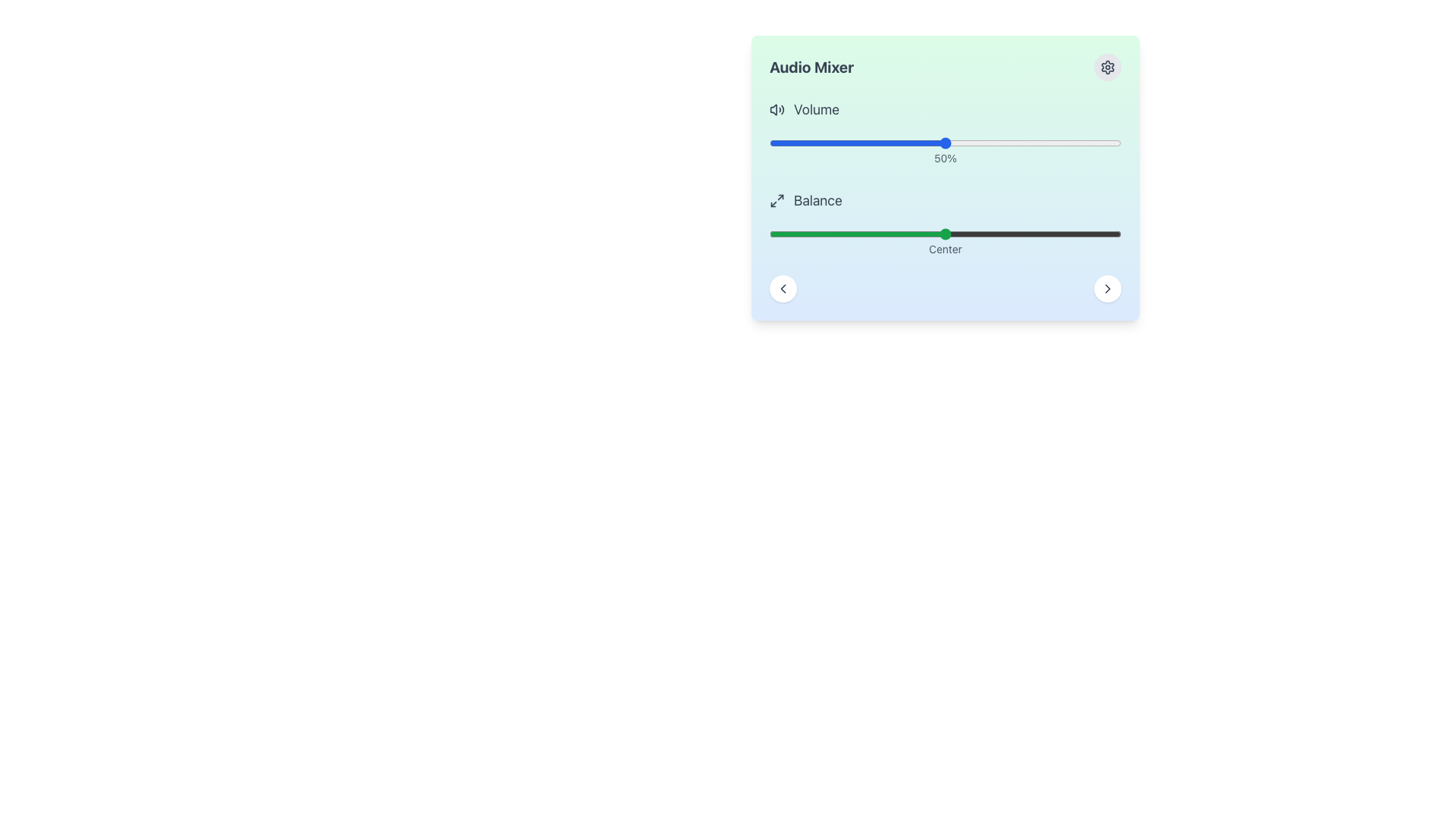 The height and width of the screenshot is (819, 1456). What do you see at coordinates (783, 289) in the screenshot?
I see `the back navigation button located near the bottom center of the interface` at bounding box center [783, 289].